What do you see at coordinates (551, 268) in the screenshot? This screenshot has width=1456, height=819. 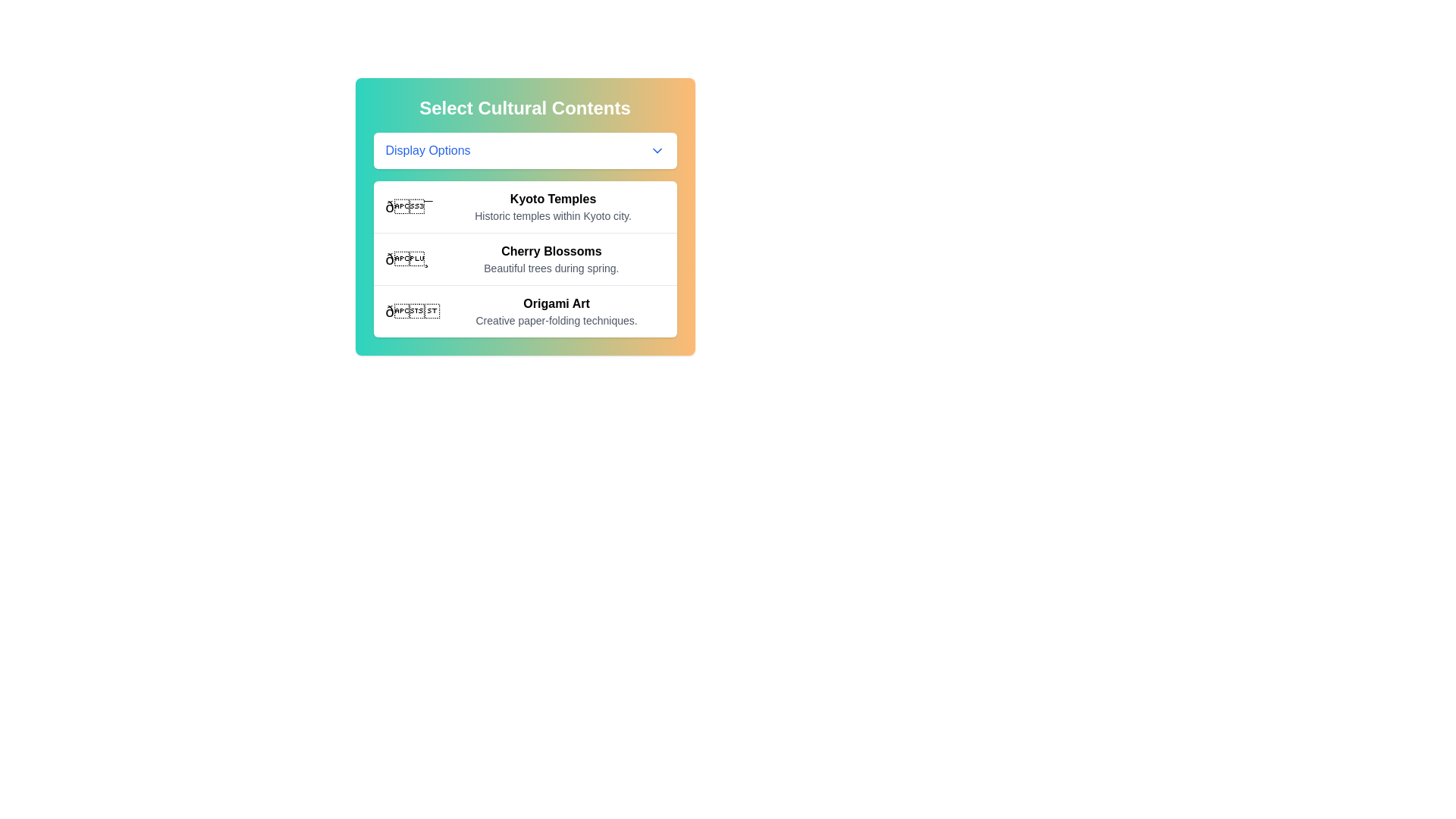 I see `text label displaying 'Beautiful trees during spring.' located below the title 'Cherry Blossoms' in the selectable content section` at bounding box center [551, 268].